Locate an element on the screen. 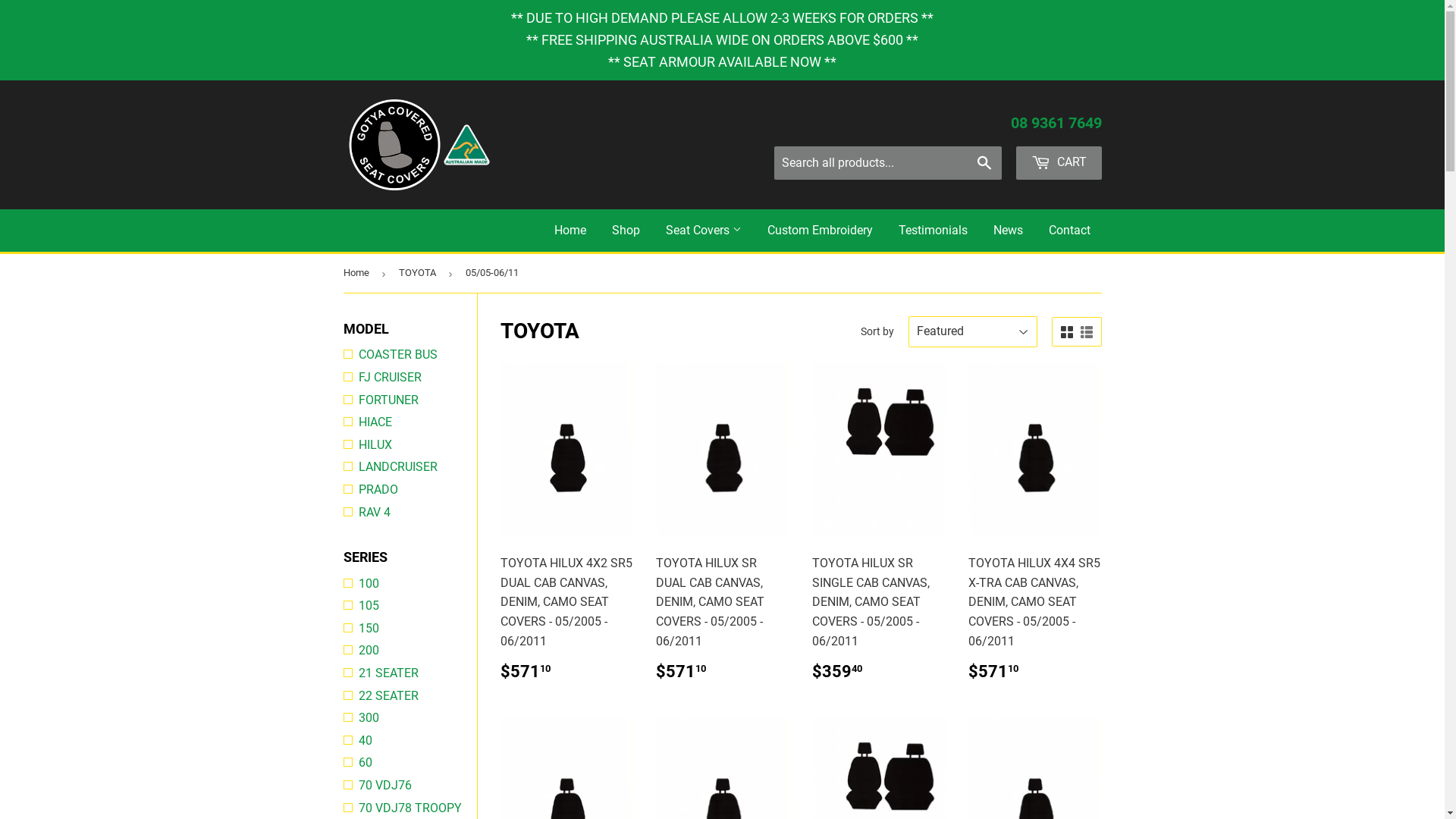  '60' is located at coordinates (341, 763).